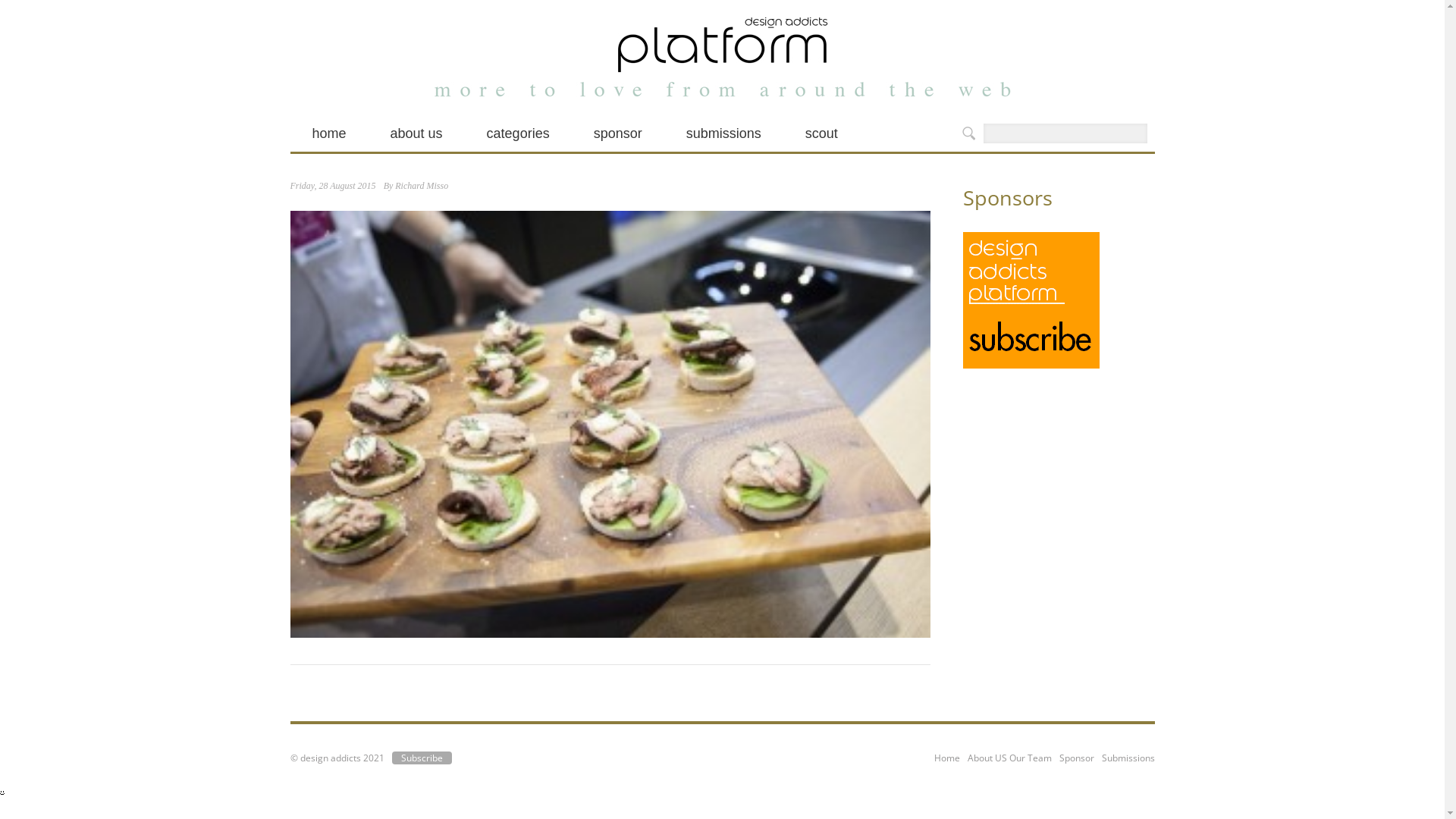 This screenshot has width=1456, height=819. Describe the element at coordinates (518, 133) in the screenshot. I see `'categories'` at that location.